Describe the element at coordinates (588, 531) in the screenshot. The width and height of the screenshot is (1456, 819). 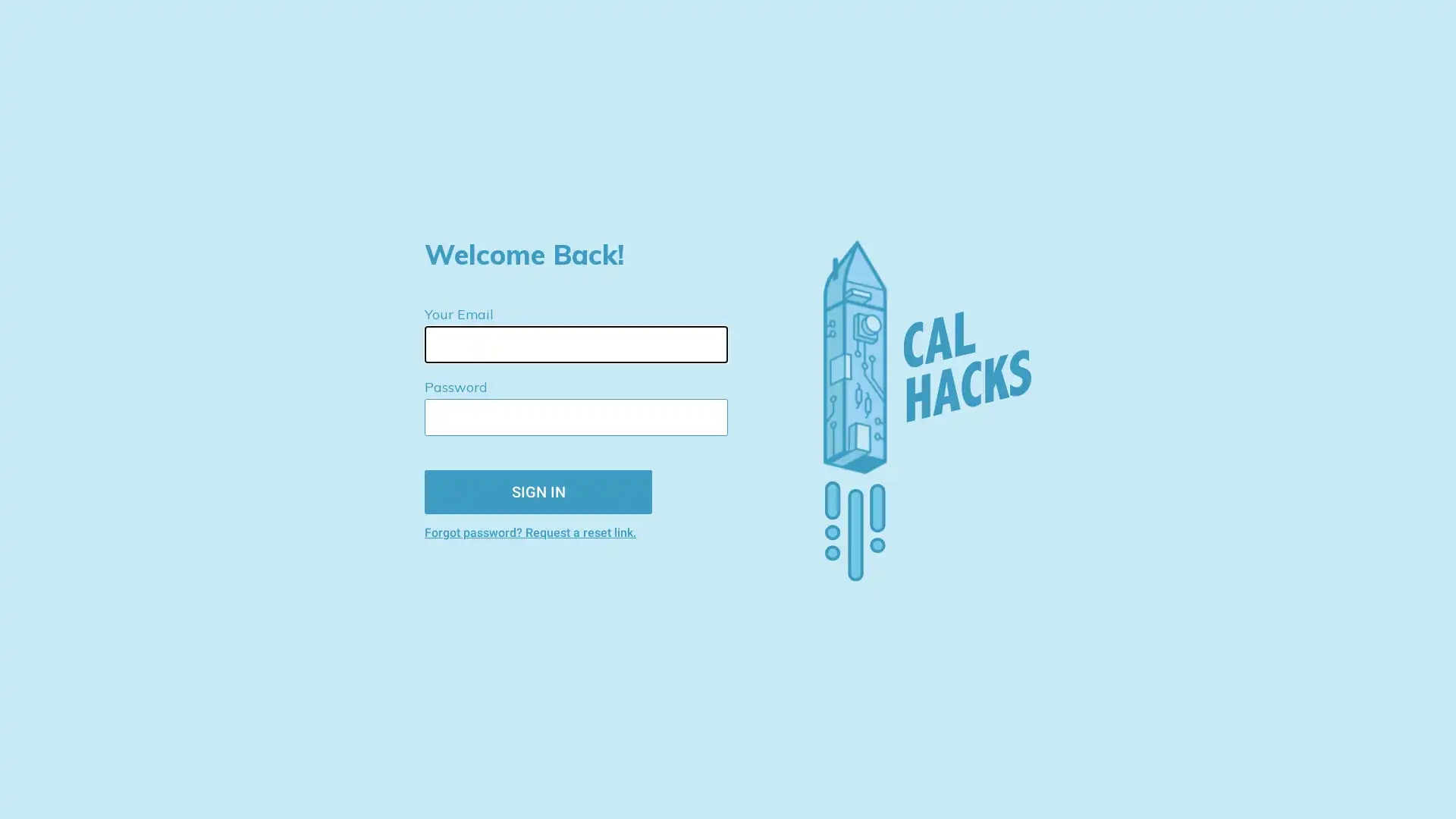
I see `Forgot password? Request a reset link.` at that location.